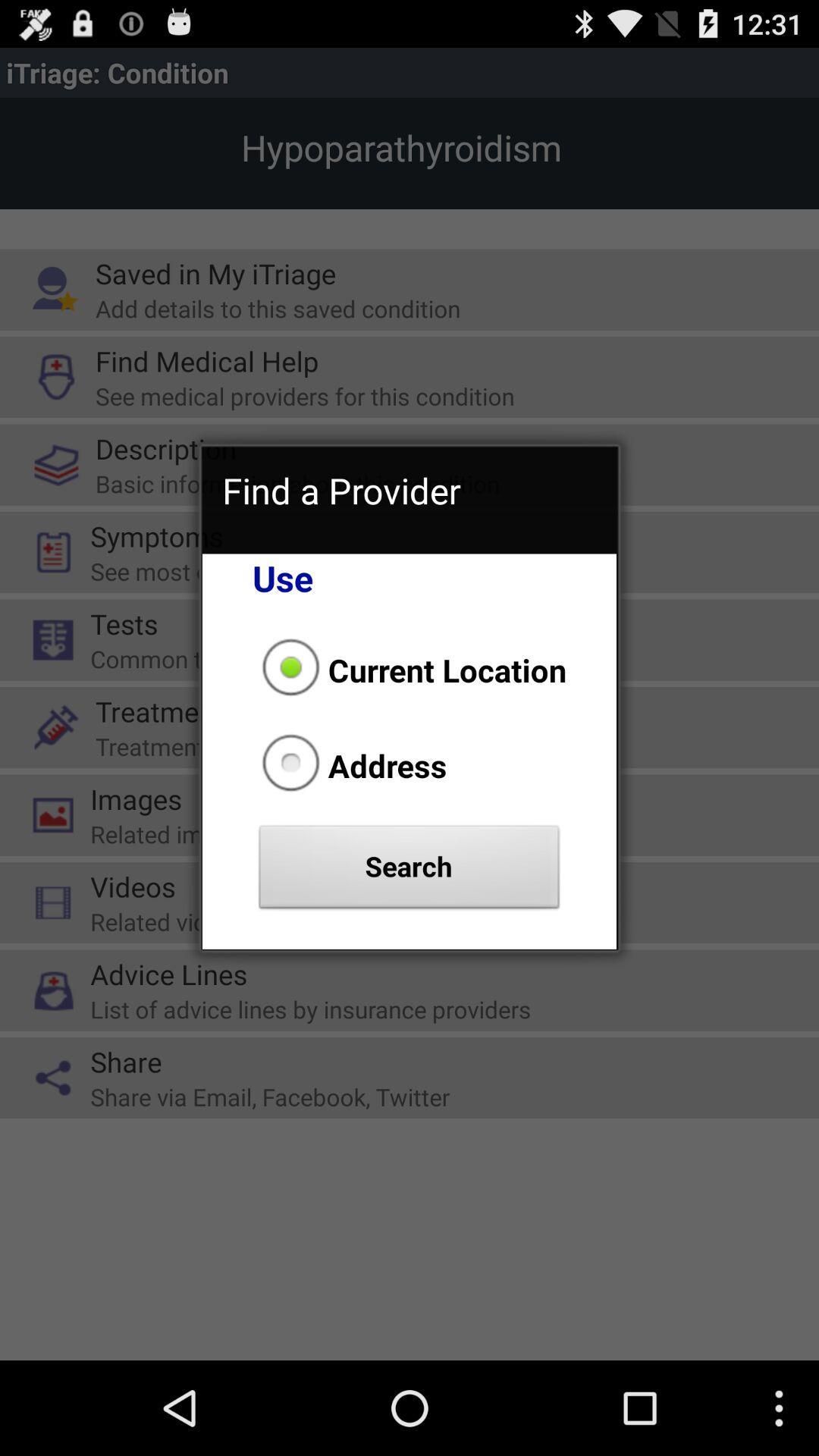 The image size is (819, 1456). I want to click on the icon above search button, so click(350, 765).